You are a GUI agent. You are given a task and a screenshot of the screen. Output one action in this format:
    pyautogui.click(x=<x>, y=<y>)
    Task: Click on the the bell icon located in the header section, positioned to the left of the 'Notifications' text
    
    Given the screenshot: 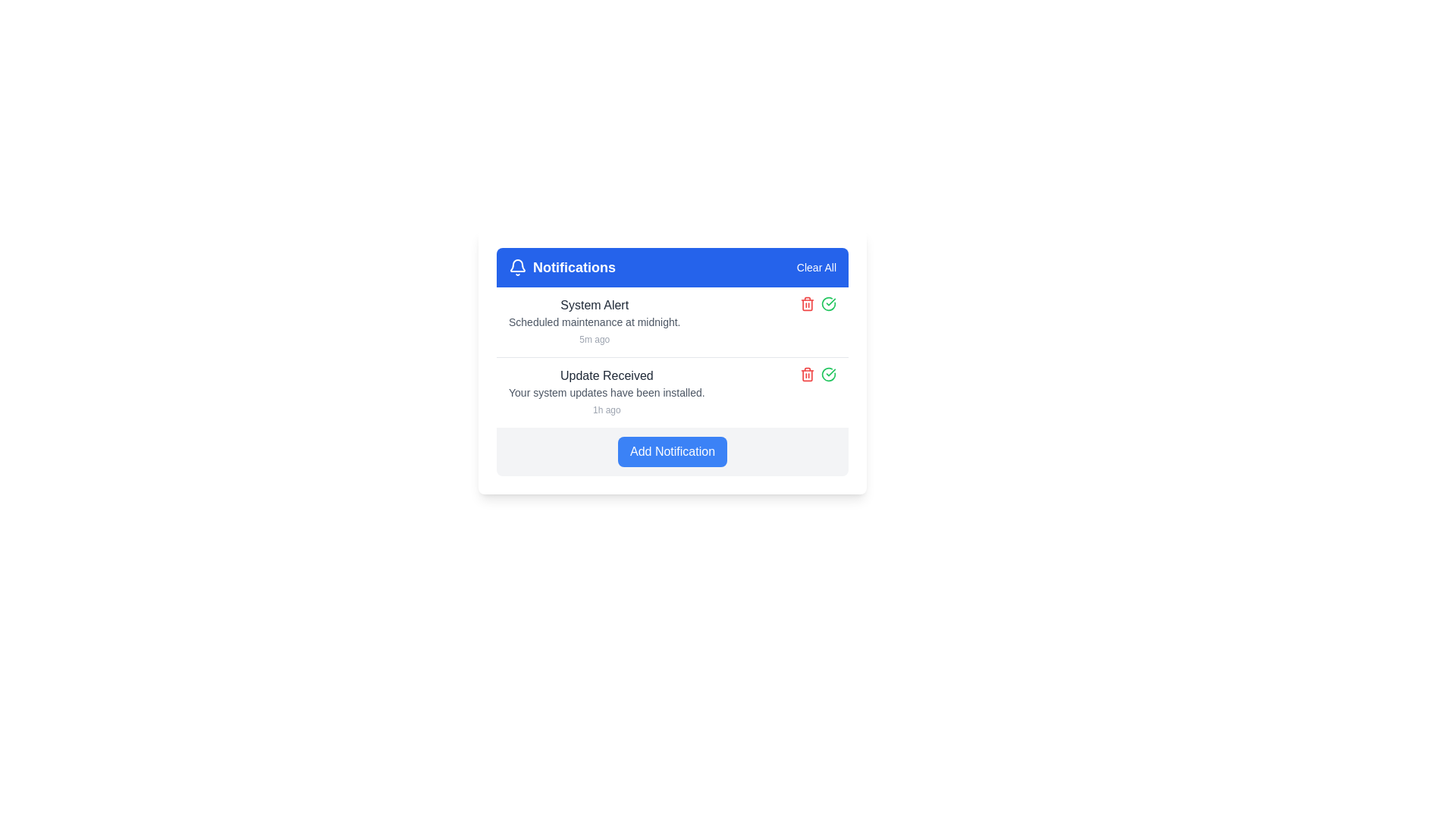 What is the action you would take?
    pyautogui.click(x=517, y=267)
    